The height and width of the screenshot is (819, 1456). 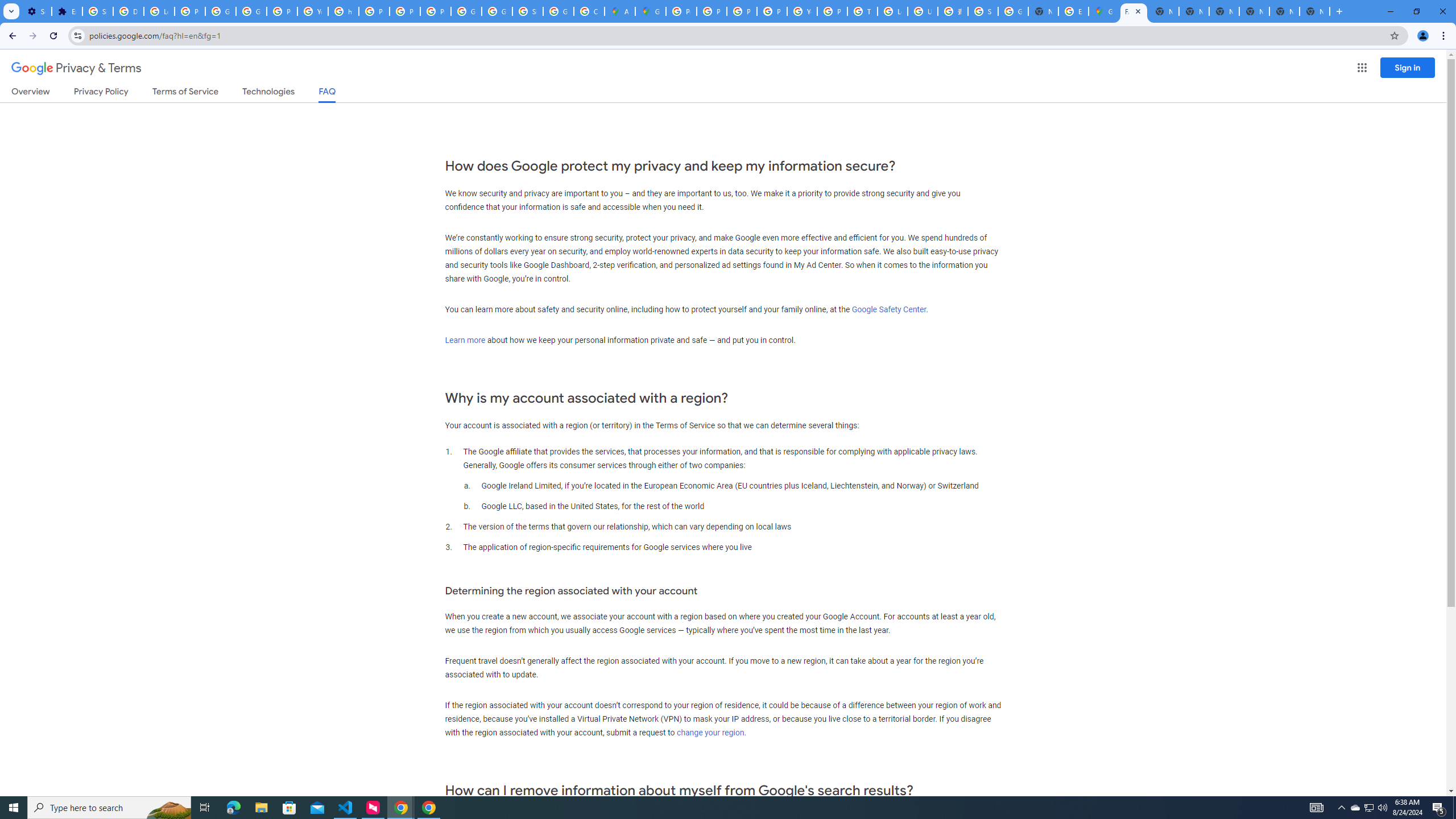 What do you see at coordinates (251, 11) in the screenshot?
I see `'Google Account Help'` at bounding box center [251, 11].